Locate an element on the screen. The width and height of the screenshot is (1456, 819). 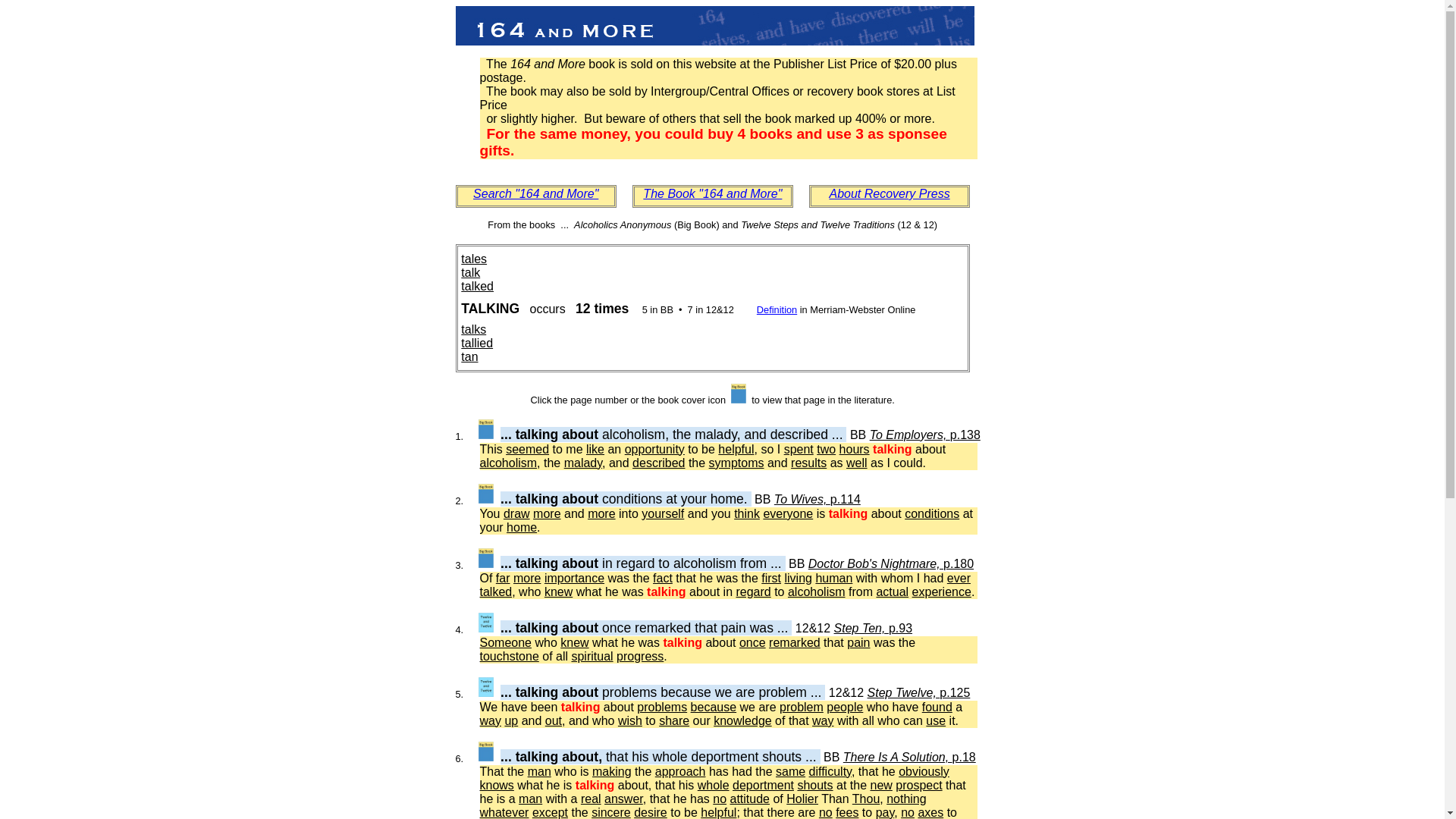
'difficulty' is located at coordinates (829, 771).